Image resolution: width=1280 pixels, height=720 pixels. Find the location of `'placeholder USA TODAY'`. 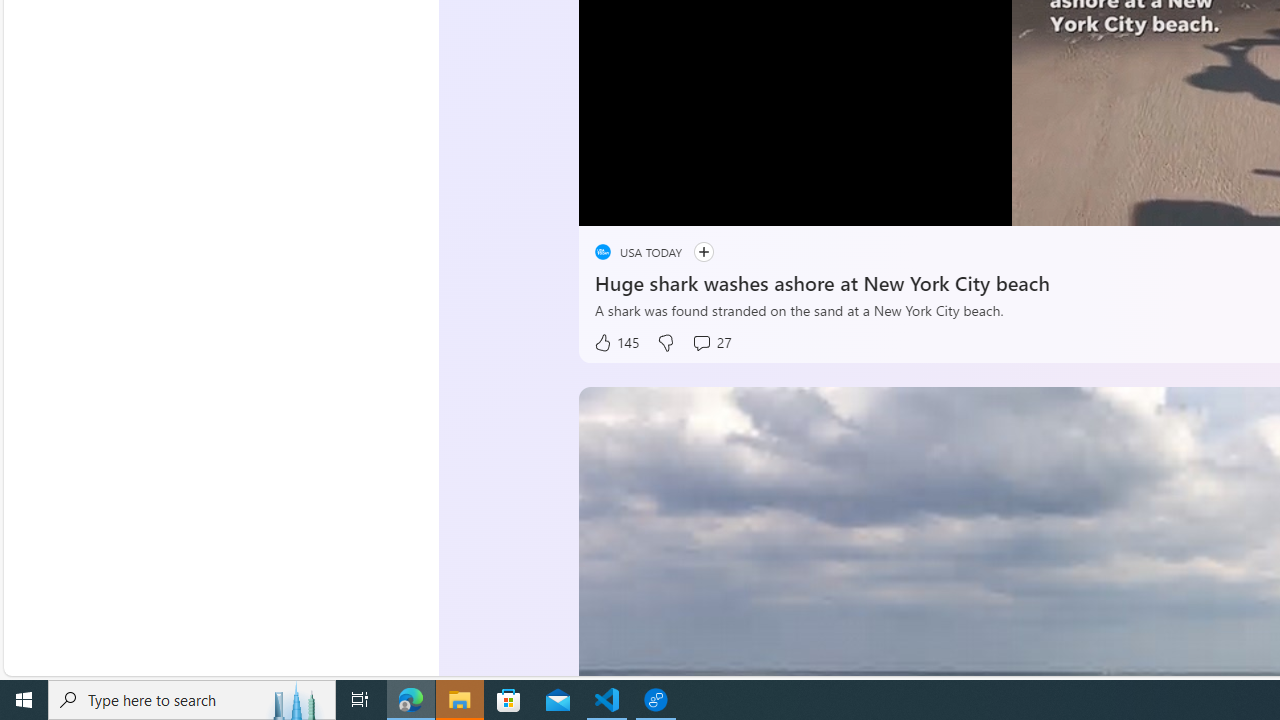

'placeholder USA TODAY' is located at coordinates (637, 251).